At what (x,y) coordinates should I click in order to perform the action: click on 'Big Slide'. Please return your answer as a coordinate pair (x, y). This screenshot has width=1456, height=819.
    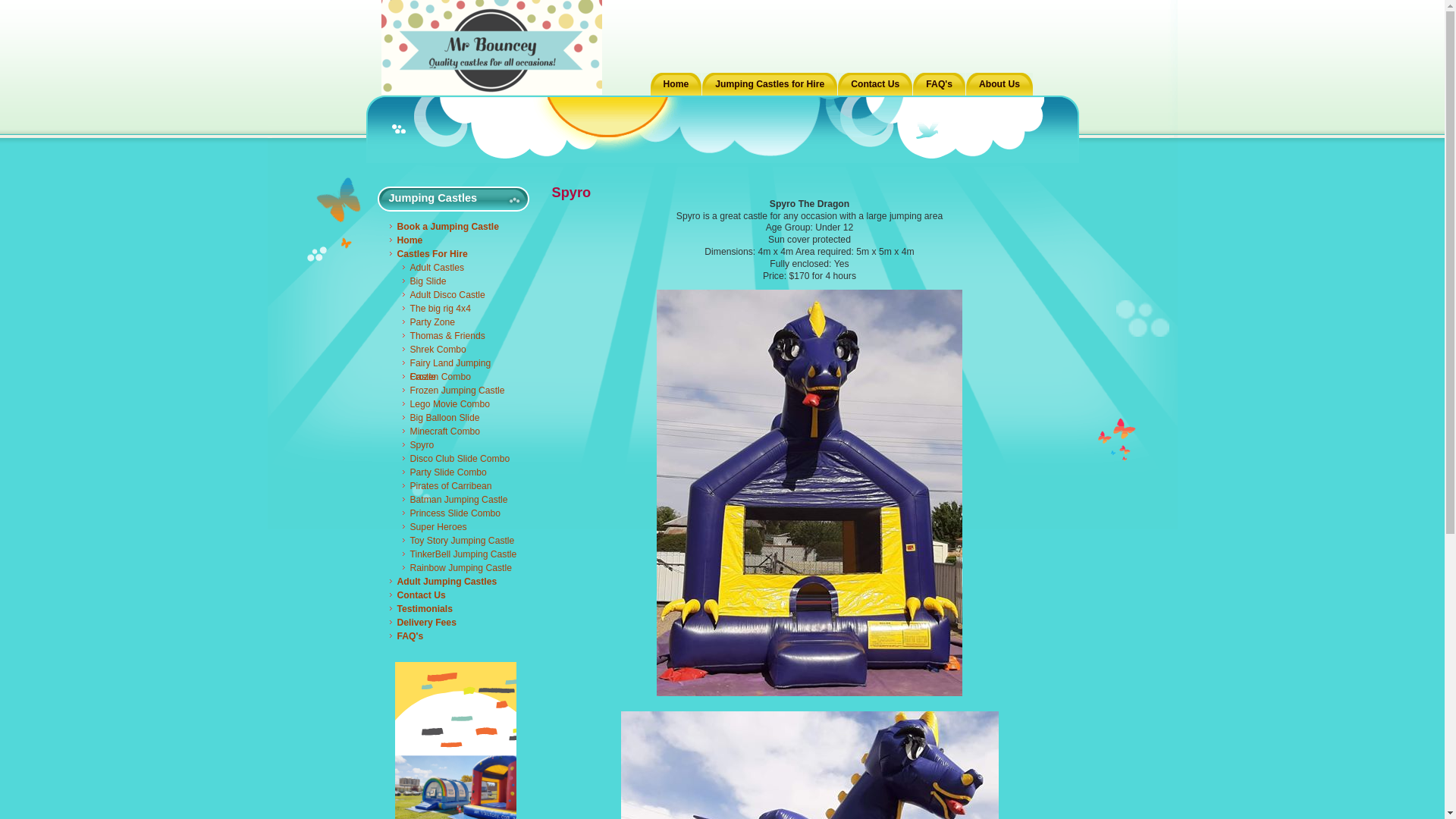
    Looking at the image, I should click on (401, 281).